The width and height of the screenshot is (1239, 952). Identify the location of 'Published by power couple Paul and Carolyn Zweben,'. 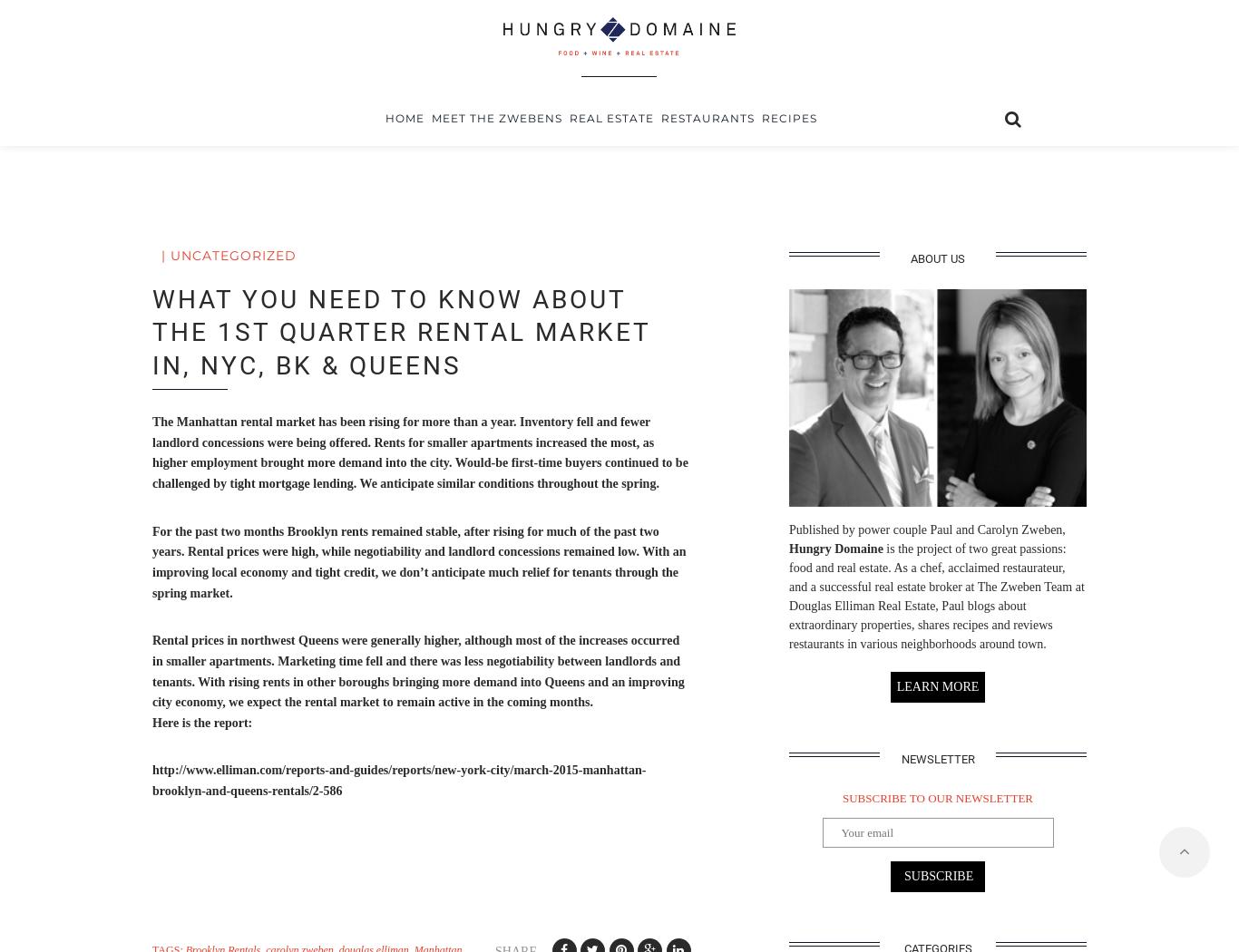
(927, 528).